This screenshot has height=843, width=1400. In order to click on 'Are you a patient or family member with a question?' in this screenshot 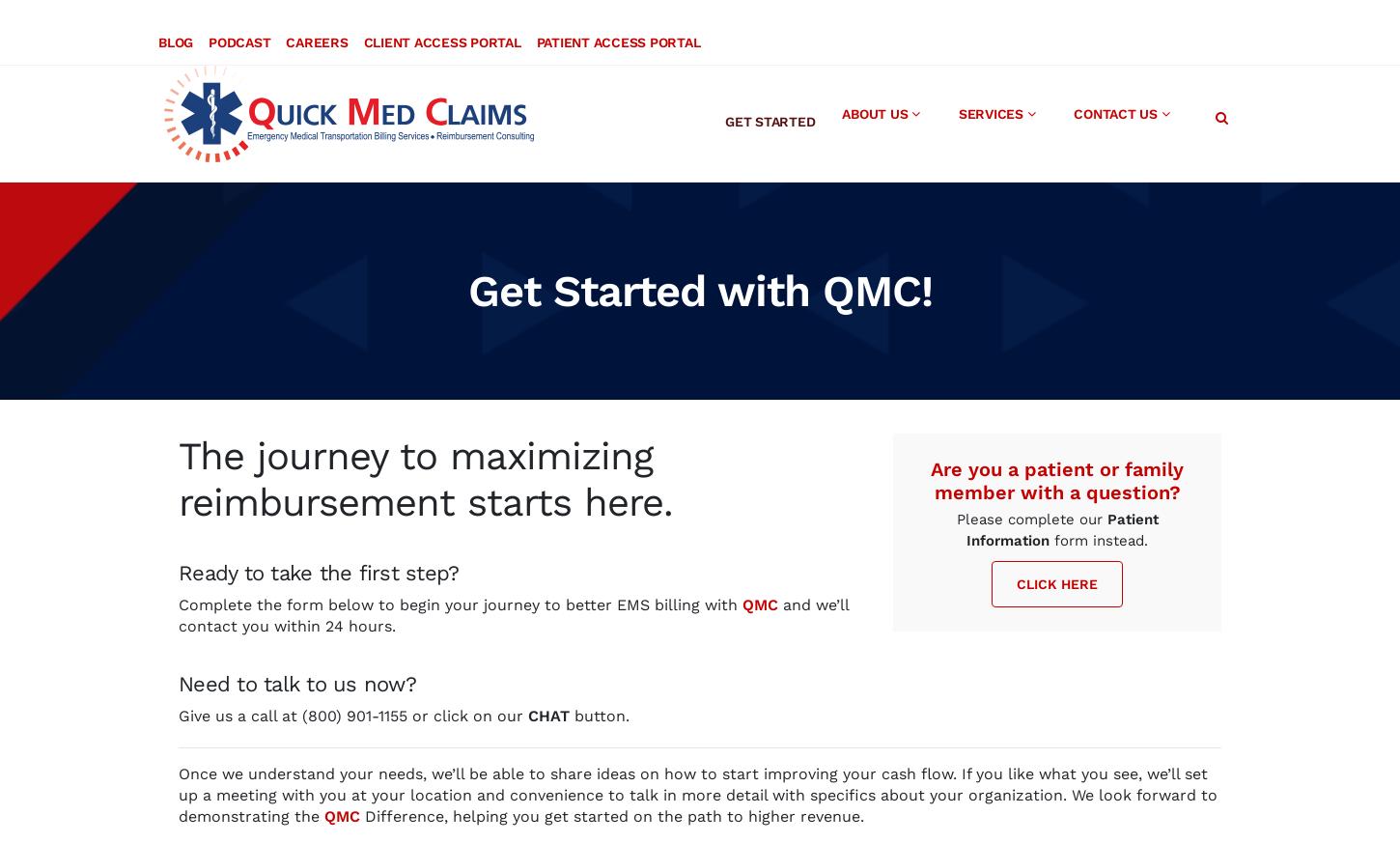, I will do `click(1056, 463)`.